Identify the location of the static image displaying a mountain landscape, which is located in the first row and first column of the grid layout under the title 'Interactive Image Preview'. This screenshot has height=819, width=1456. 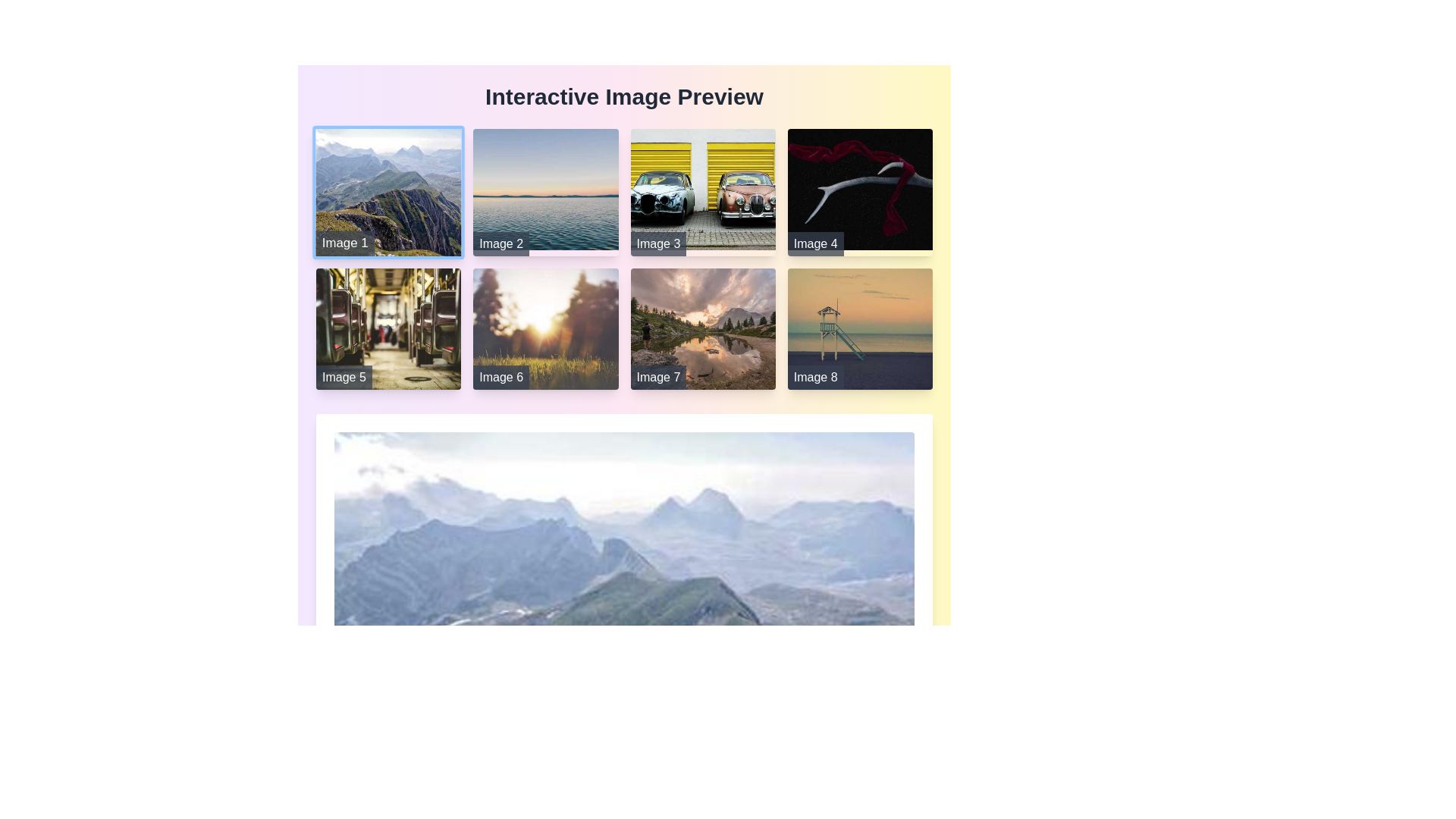
(388, 192).